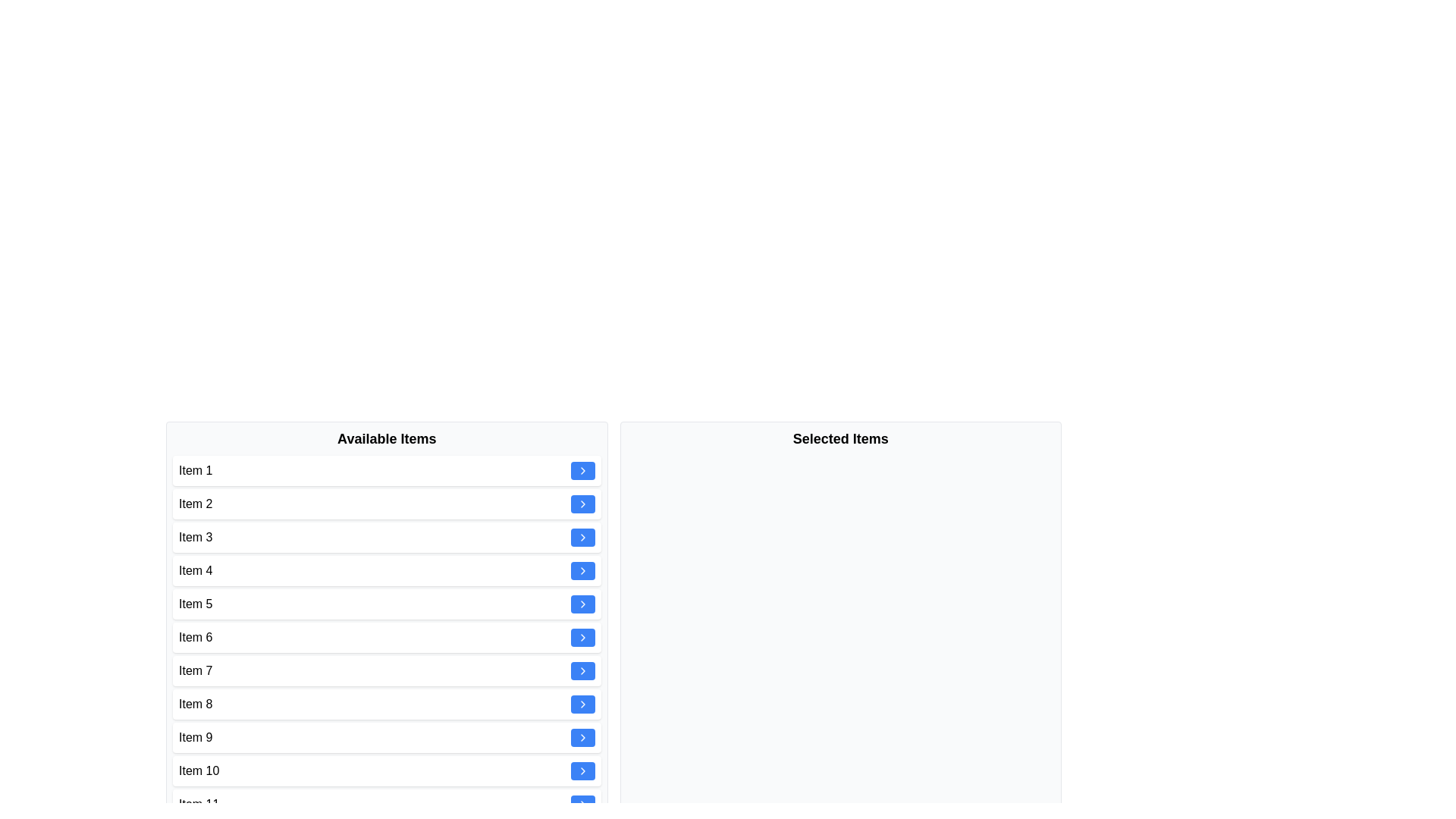 The height and width of the screenshot is (819, 1456). What do you see at coordinates (387, 570) in the screenshot?
I see `the fourth item in the selectable list labeled 'Item 4' under the 'Available Items' title` at bounding box center [387, 570].